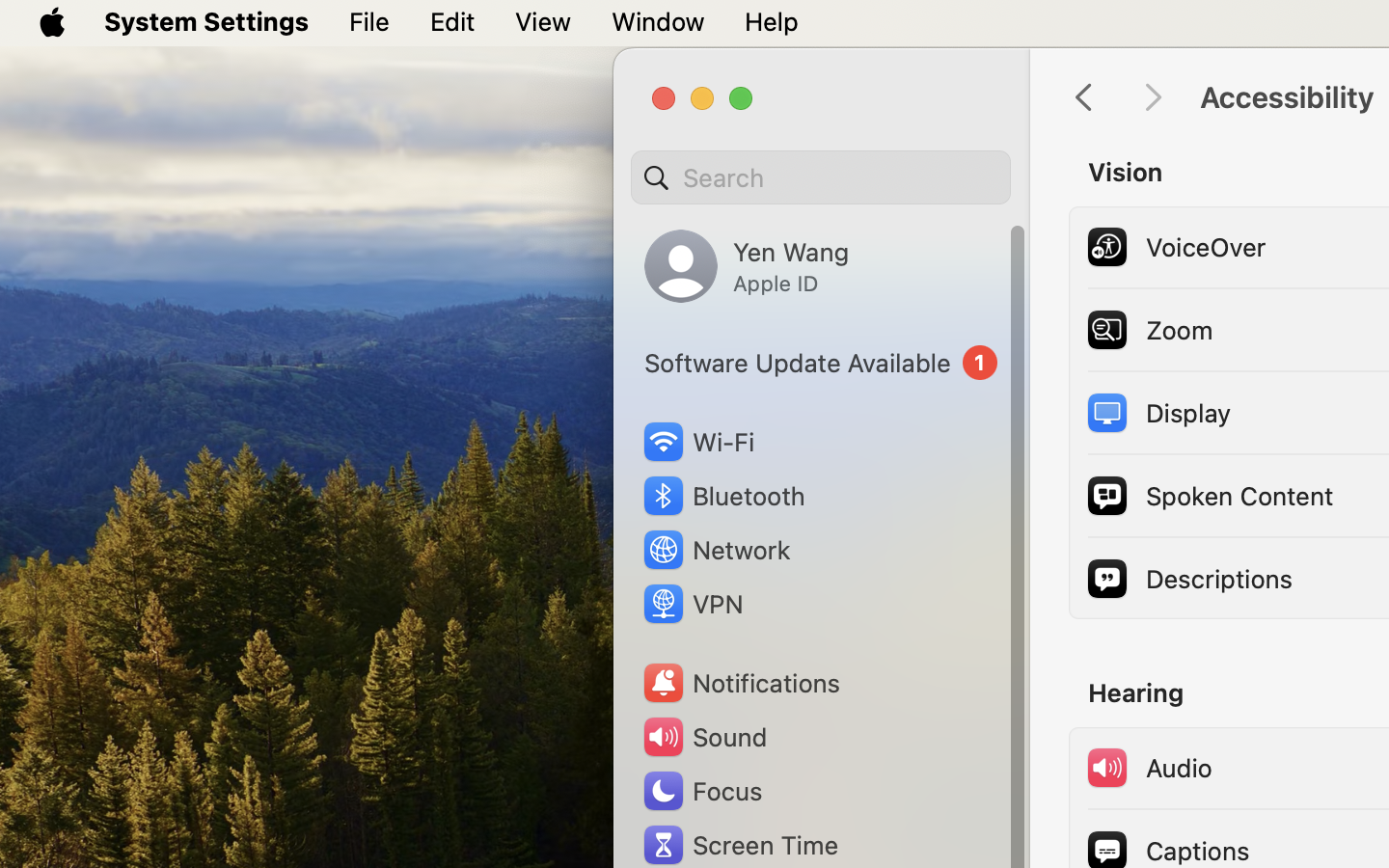 Image resolution: width=1389 pixels, height=868 pixels. What do you see at coordinates (700, 790) in the screenshot?
I see `'Focus'` at bounding box center [700, 790].